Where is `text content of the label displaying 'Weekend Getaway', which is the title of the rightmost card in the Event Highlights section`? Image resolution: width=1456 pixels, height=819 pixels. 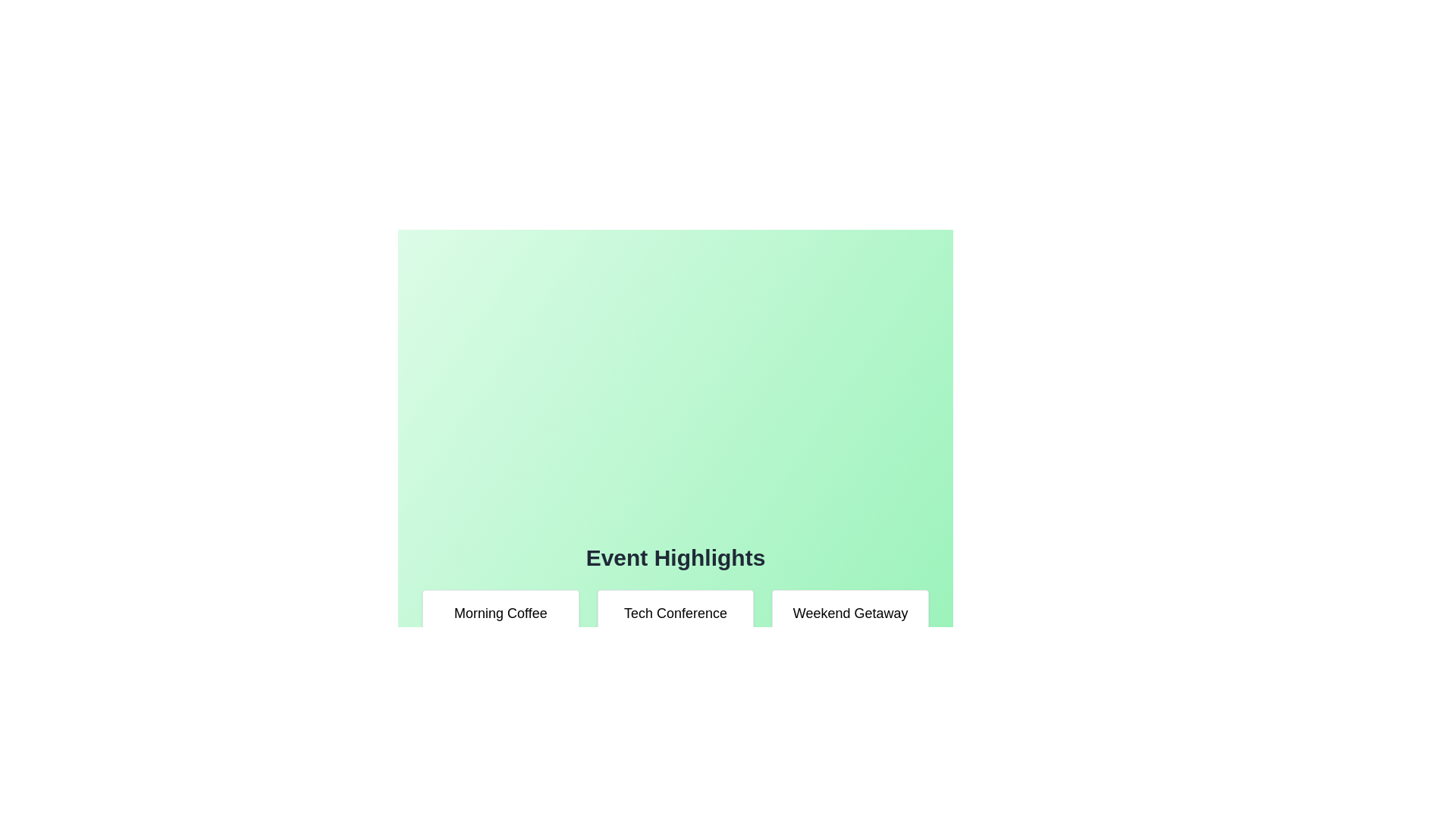 text content of the label displaying 'Weekend Getaway', which is the title of the rightmost card in the Event Highlights section is located at coordinates (850, 613).